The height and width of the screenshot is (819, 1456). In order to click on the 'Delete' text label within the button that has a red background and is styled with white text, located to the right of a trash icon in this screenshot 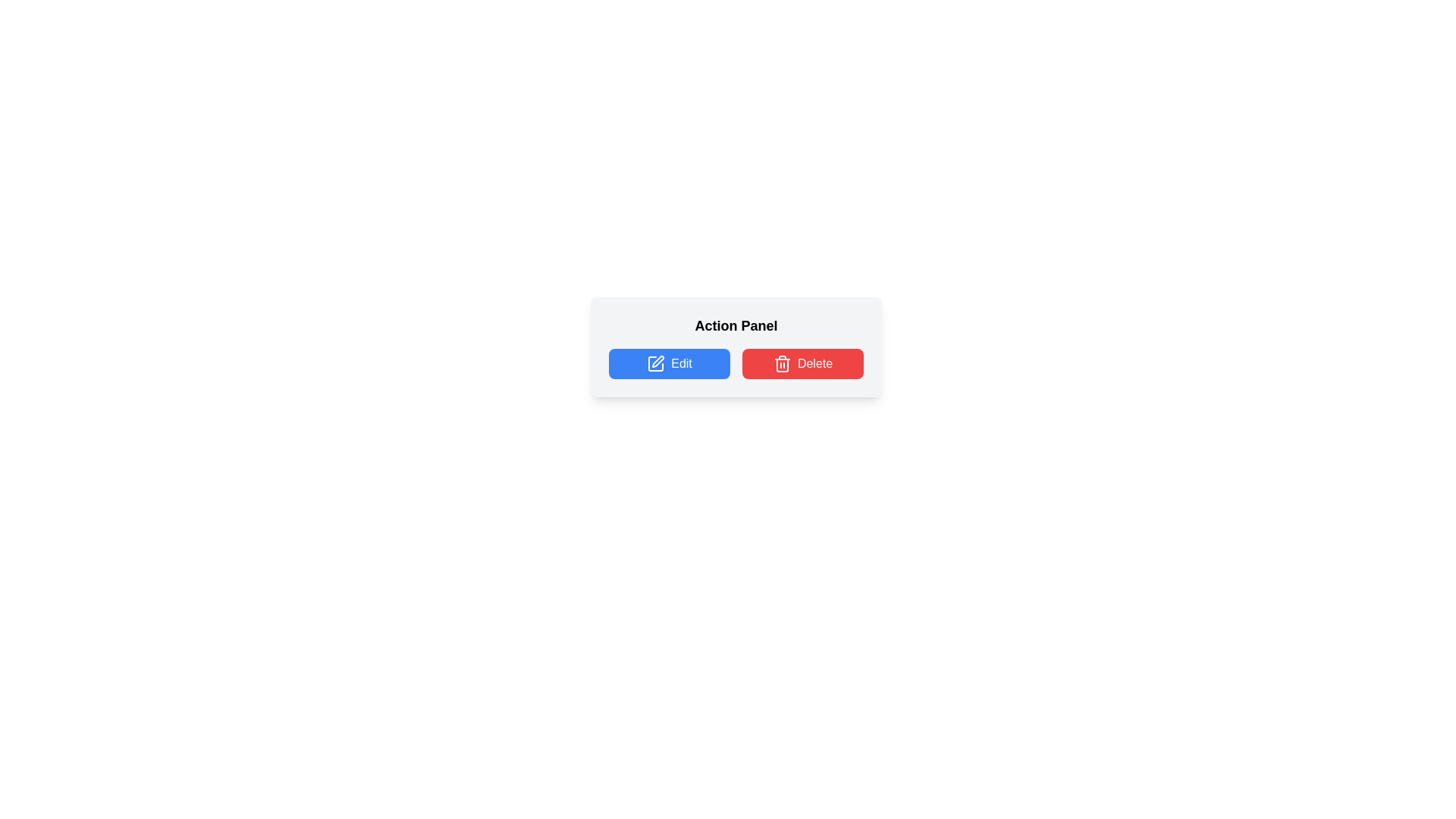, I will do `click(814, 363)`.